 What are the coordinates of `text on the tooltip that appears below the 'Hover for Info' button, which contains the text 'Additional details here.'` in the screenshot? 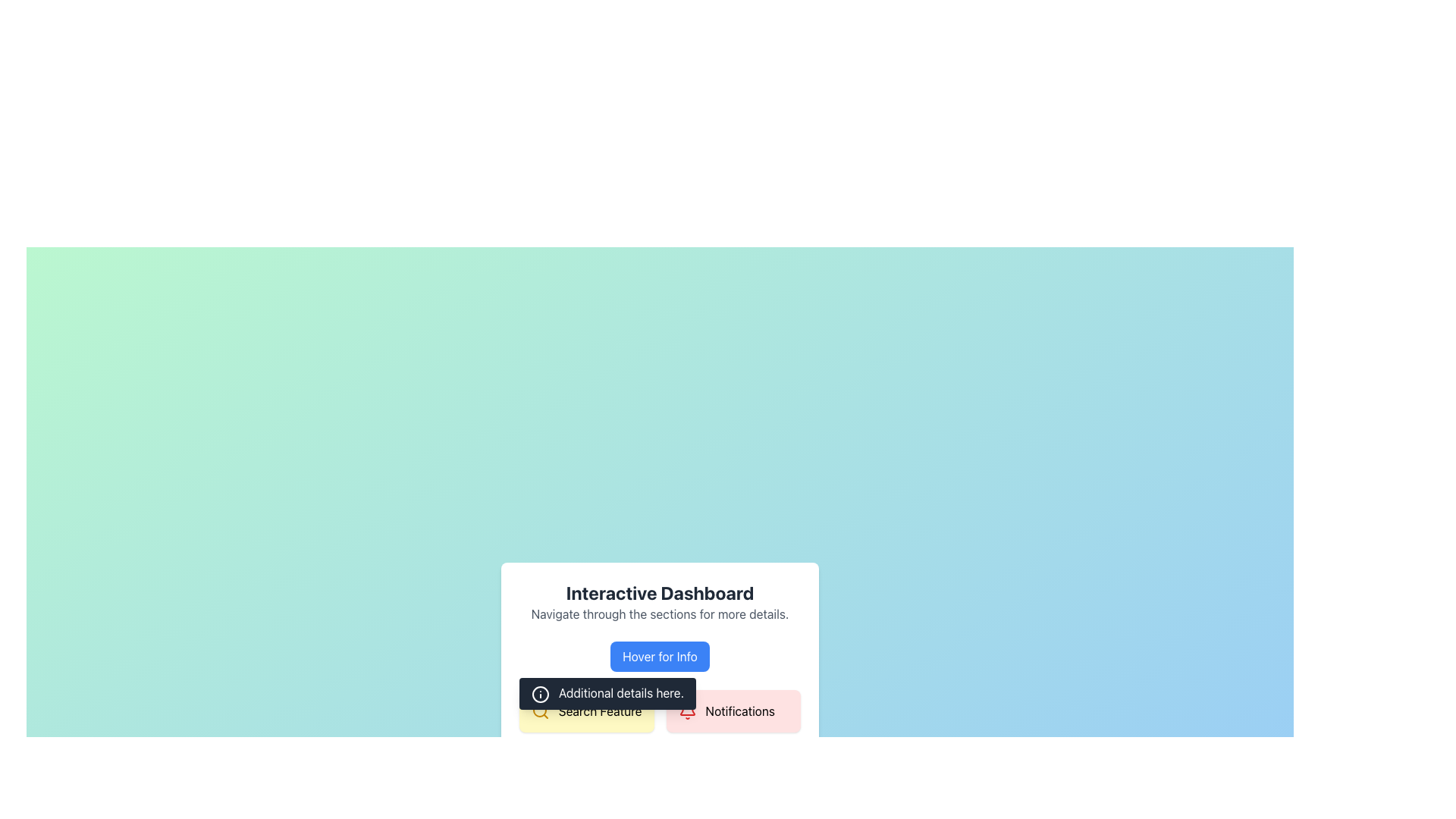 It's located at (607, 693).